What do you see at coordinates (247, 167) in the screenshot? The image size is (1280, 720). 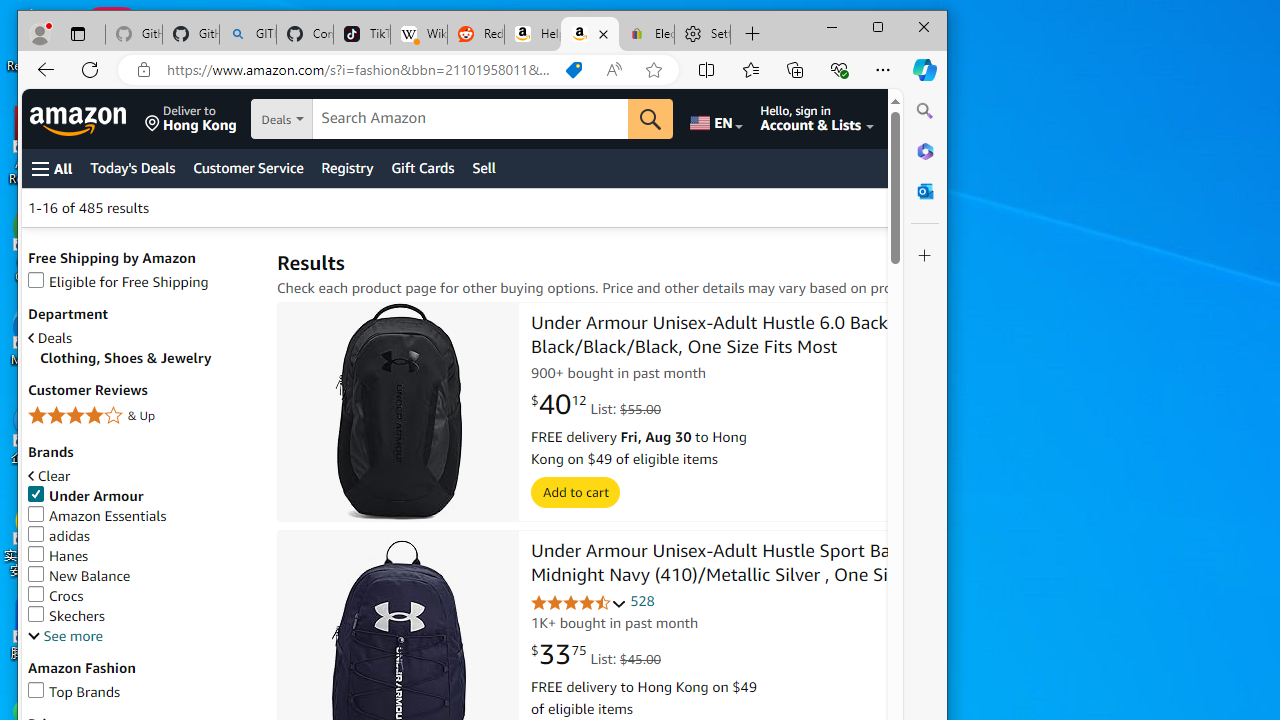 I see `'Customer Service'` at bounding box center [247, 167].